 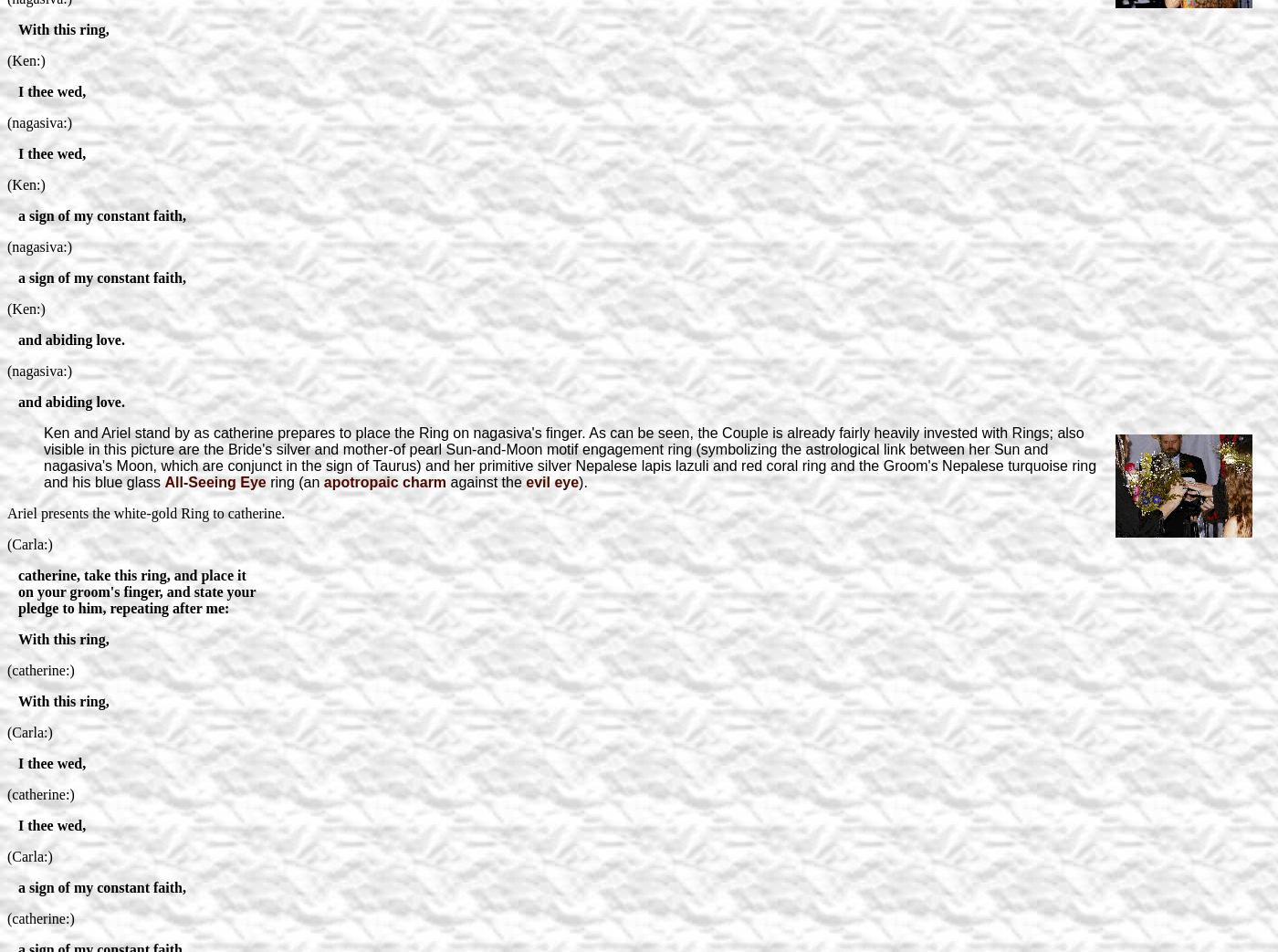 What do you see at coordinates (294, 481) in the screenshot?
I see `'ring (an'` at bounding box center [294, 481].